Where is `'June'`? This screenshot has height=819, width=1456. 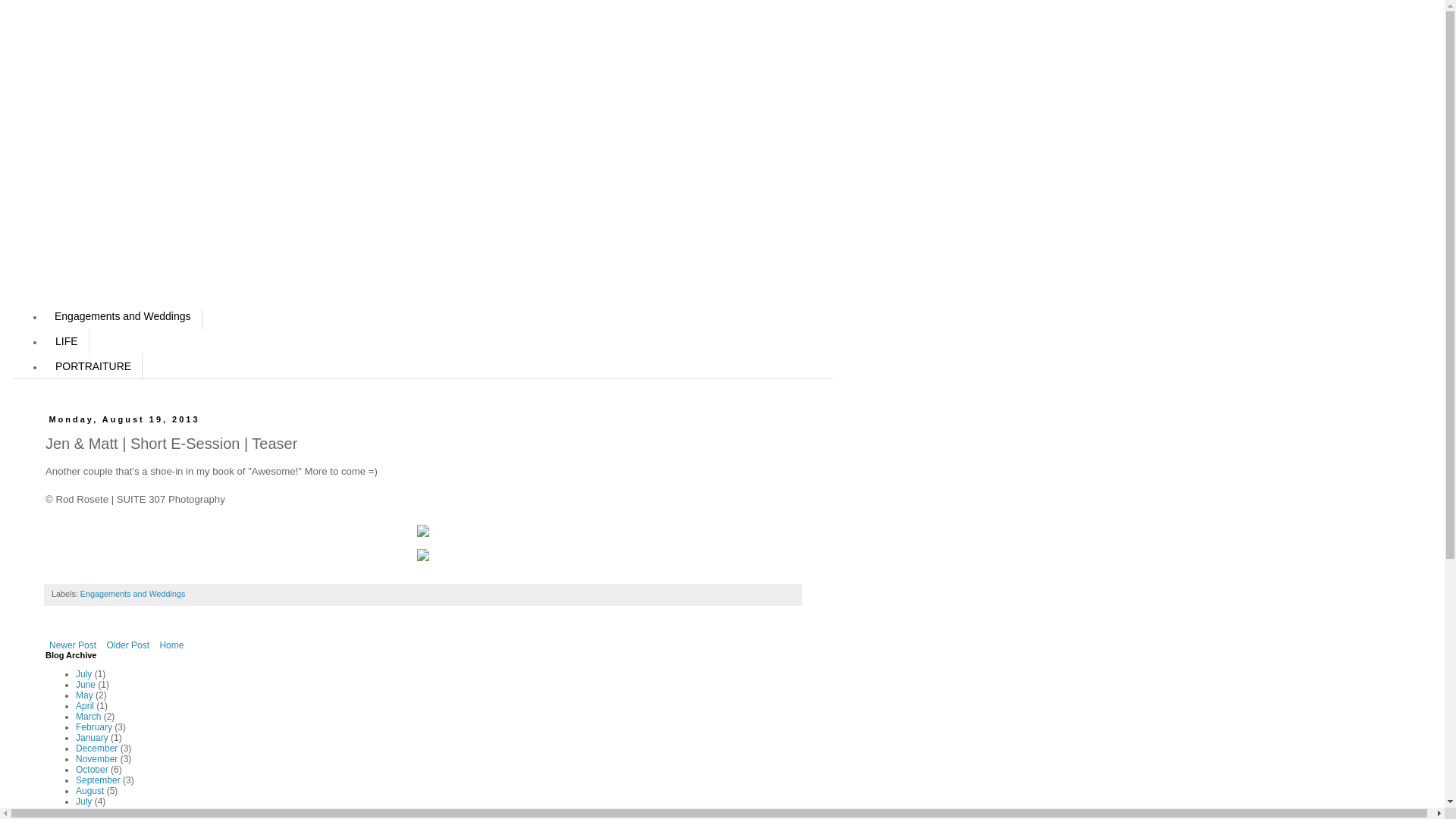 'June' is located at coordinates (85, 684).